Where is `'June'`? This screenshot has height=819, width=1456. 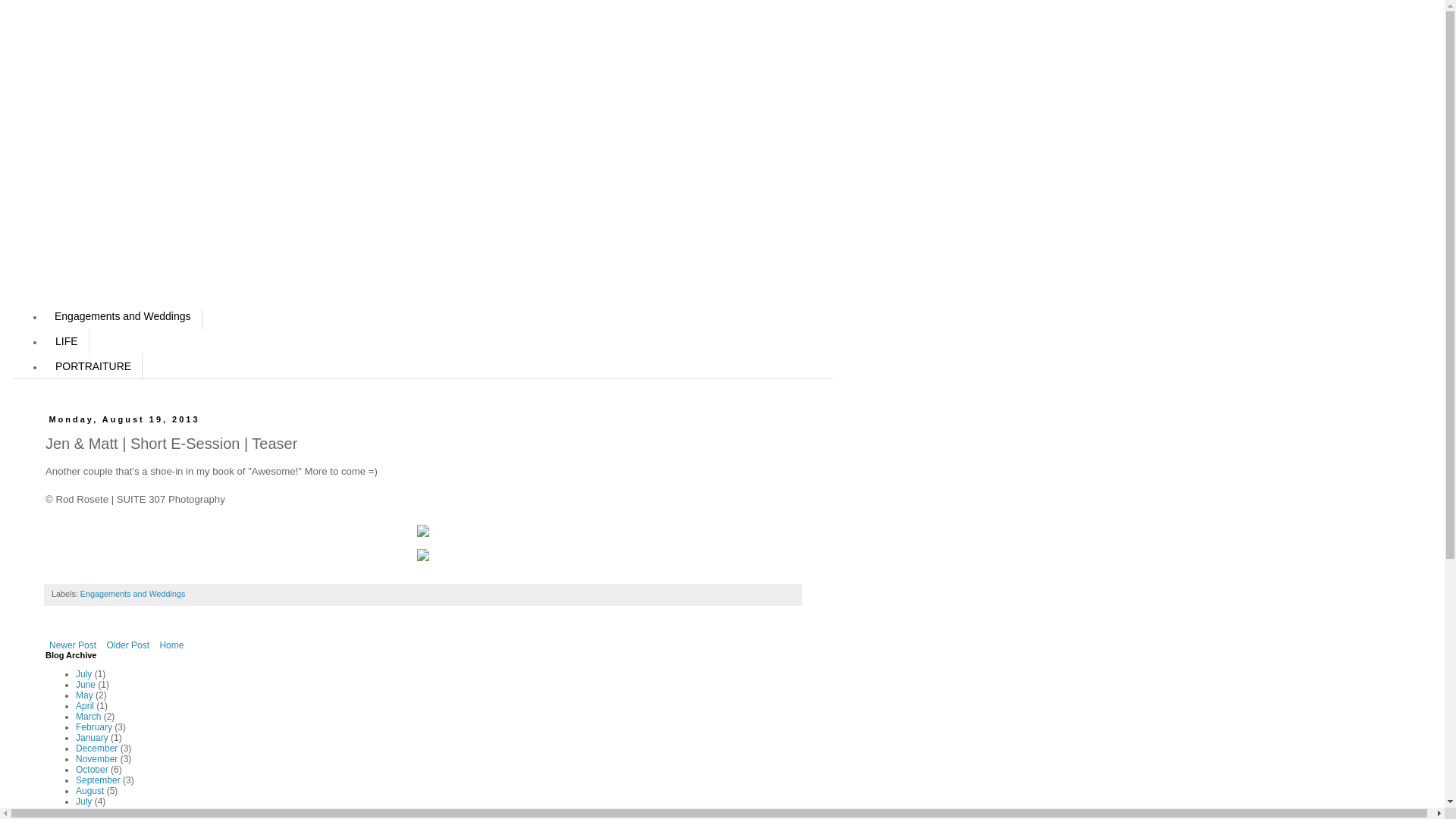 'June' is located at coordinates (85, 684).